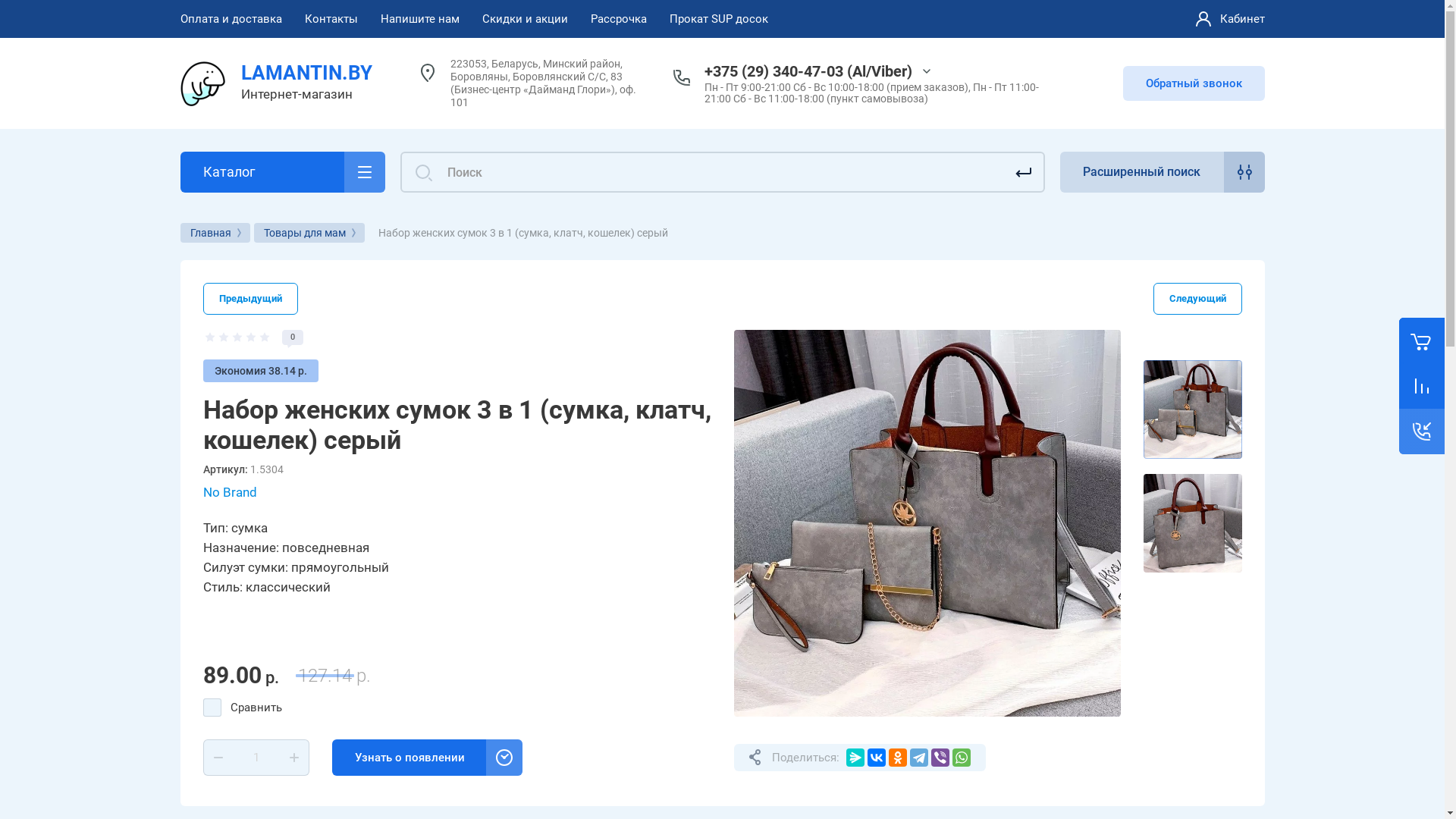 The width and height of the screenshot is (1456, 819). What do you see at coordinates (960, 758) in the screenshot?
I see `'WhatsApp'` at bounding box center [960, 758].